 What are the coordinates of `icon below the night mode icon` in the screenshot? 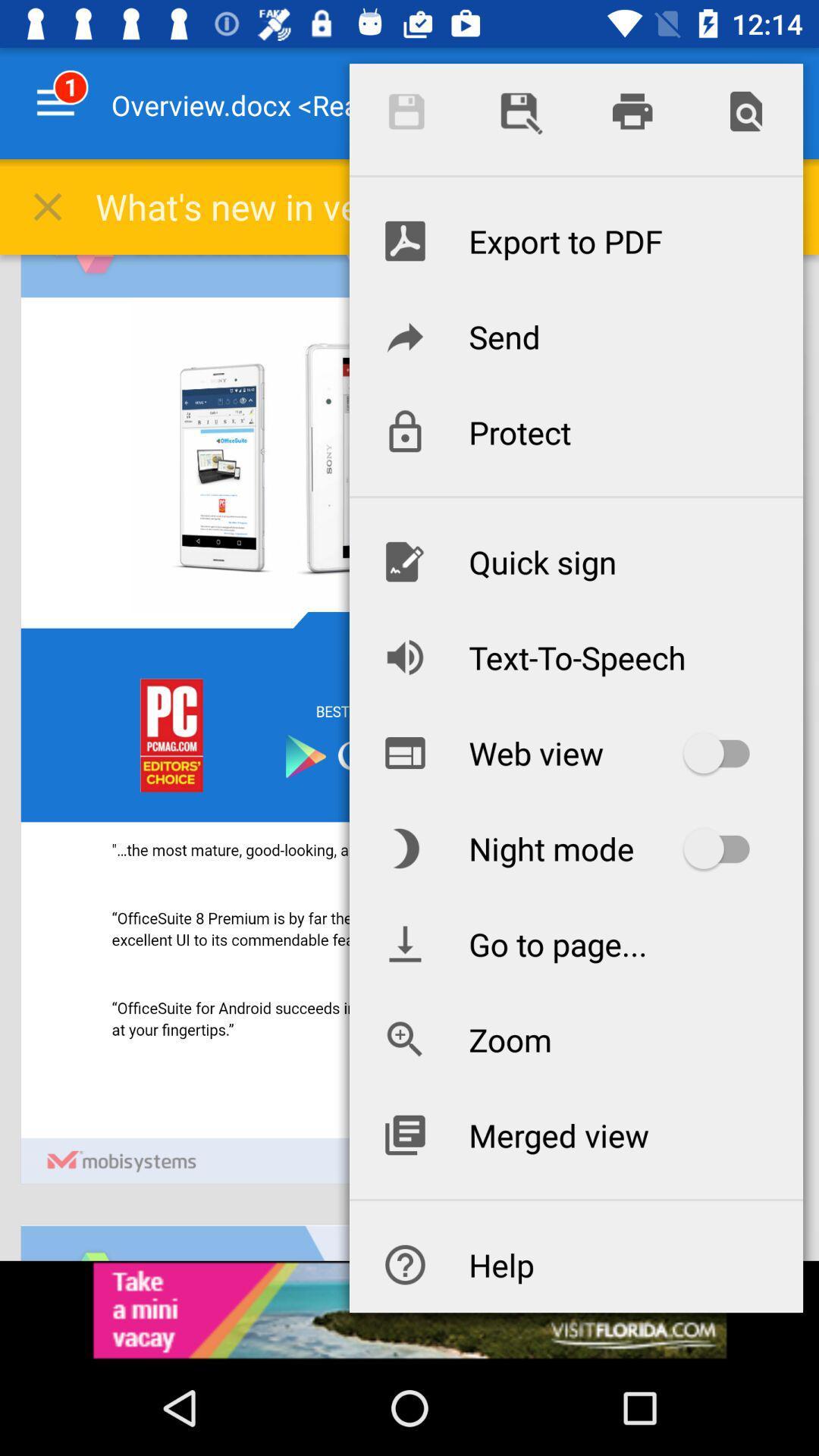 It's located at (576, 943).